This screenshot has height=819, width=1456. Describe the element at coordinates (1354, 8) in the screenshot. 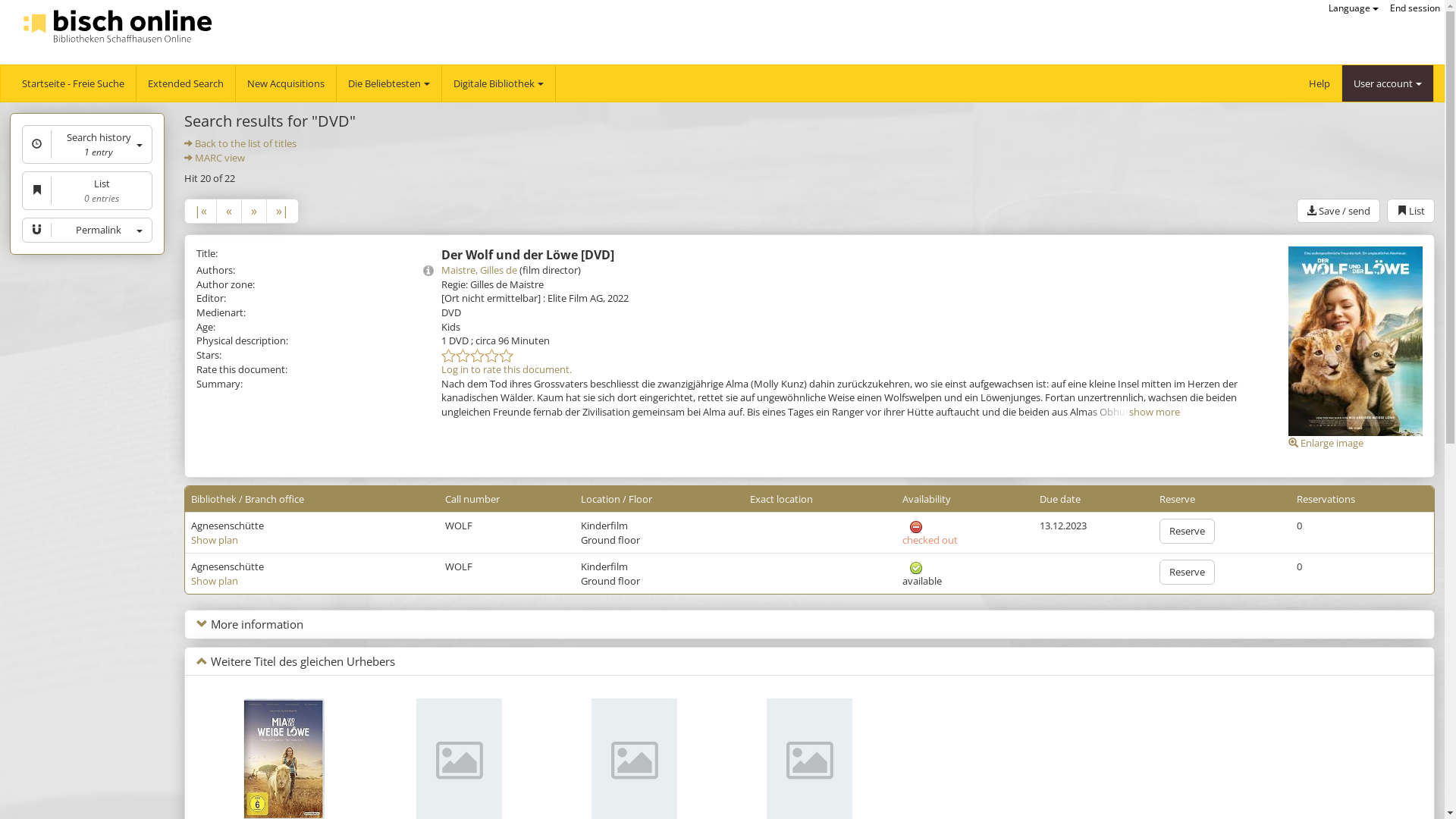

I see `'Language'` at that location.